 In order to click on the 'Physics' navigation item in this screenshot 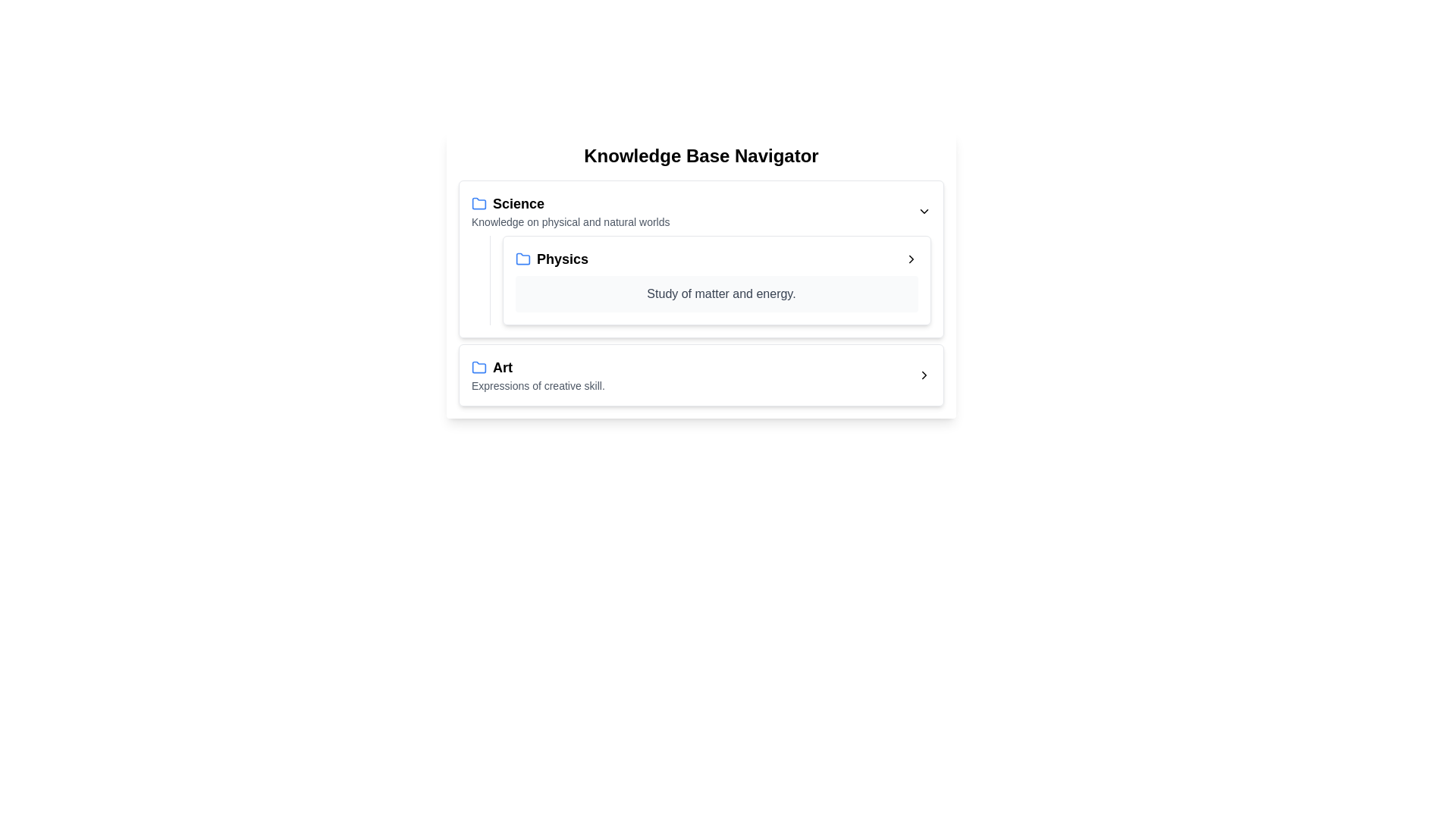, I will do `click(716, 281)`.